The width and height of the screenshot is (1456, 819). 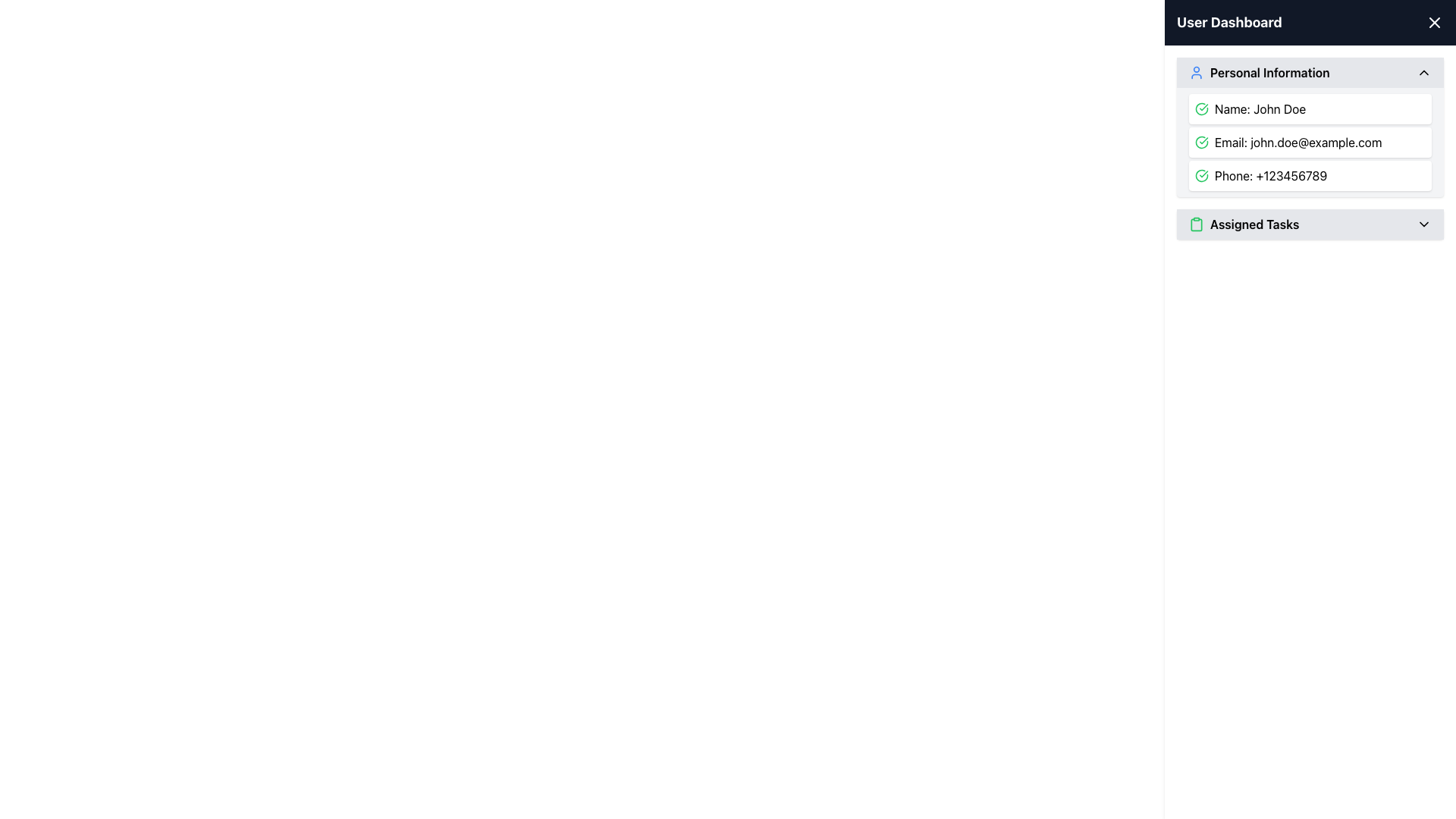 I want to click on the Chevron Icon located at the far right of the 'Assigned Tasks' section, so click(x=1423, y=224).